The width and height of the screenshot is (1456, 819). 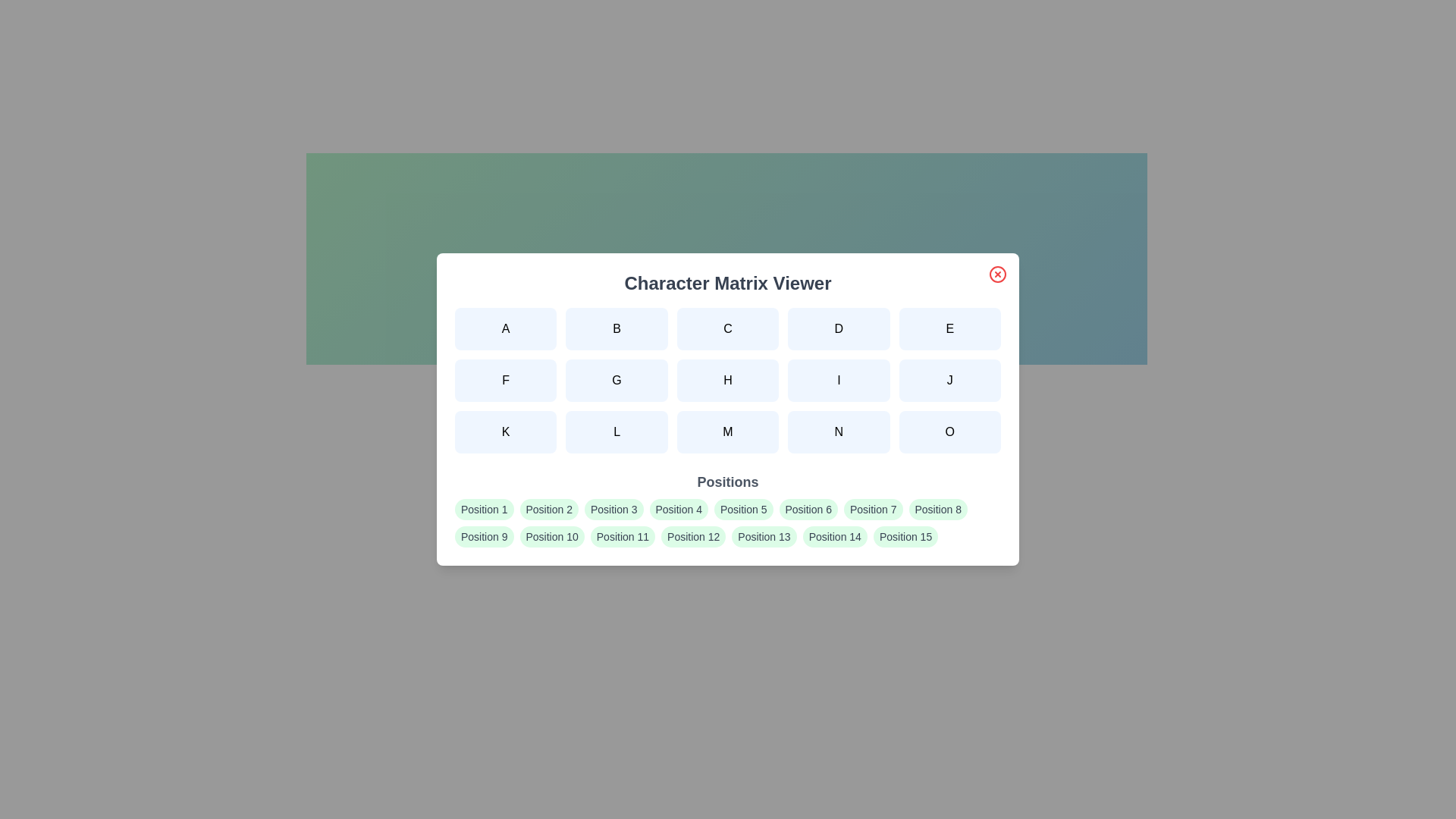 I want to click on the character button labeled G, so click(x=616, y=379).